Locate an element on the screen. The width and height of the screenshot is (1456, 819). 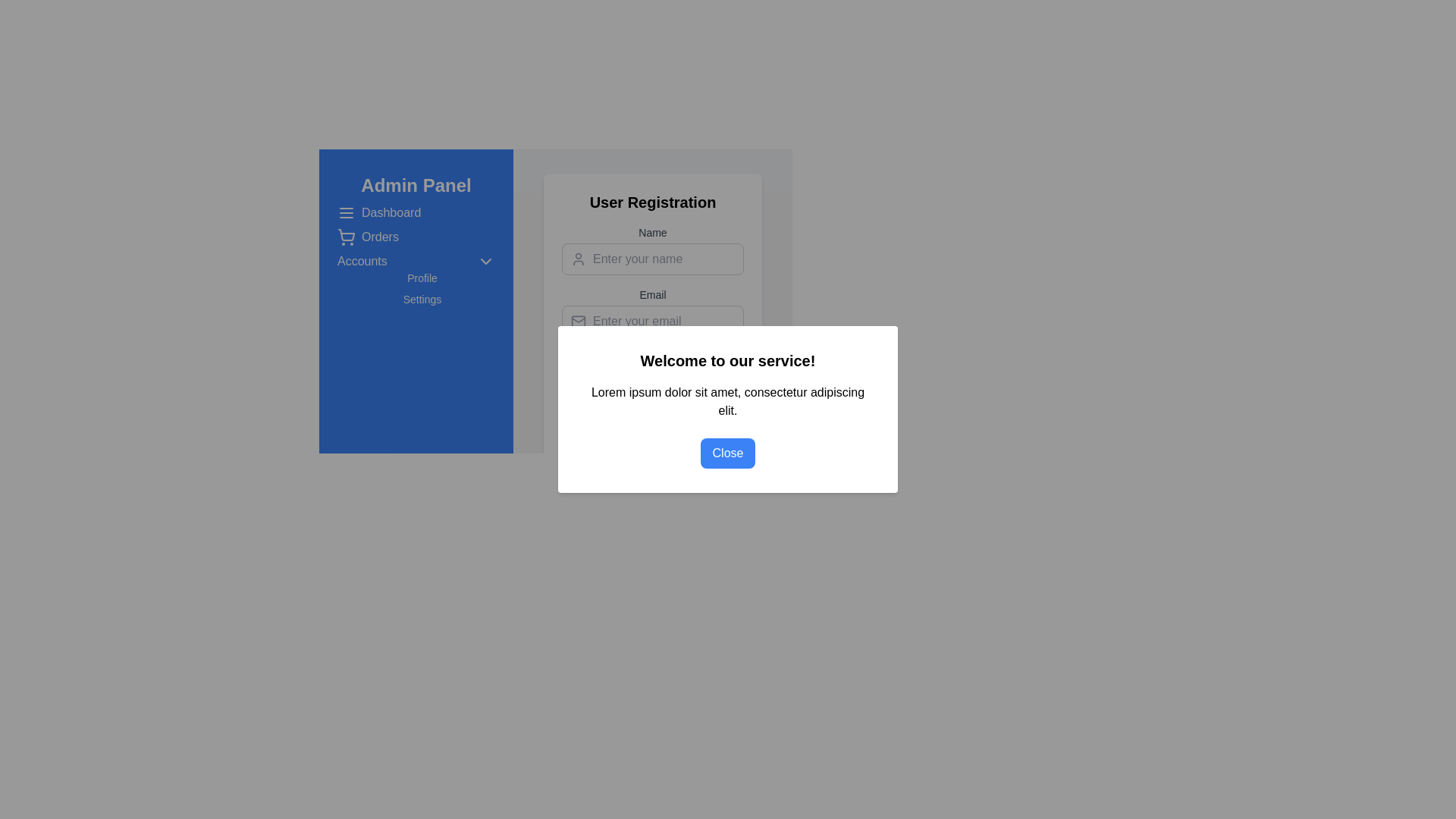
the text label that contains 'Lorem ipsum dolor sit amet, consectetur adipiscing elit.' which is center-aligned in the modal dialog box is located at coordinates (728, 400).